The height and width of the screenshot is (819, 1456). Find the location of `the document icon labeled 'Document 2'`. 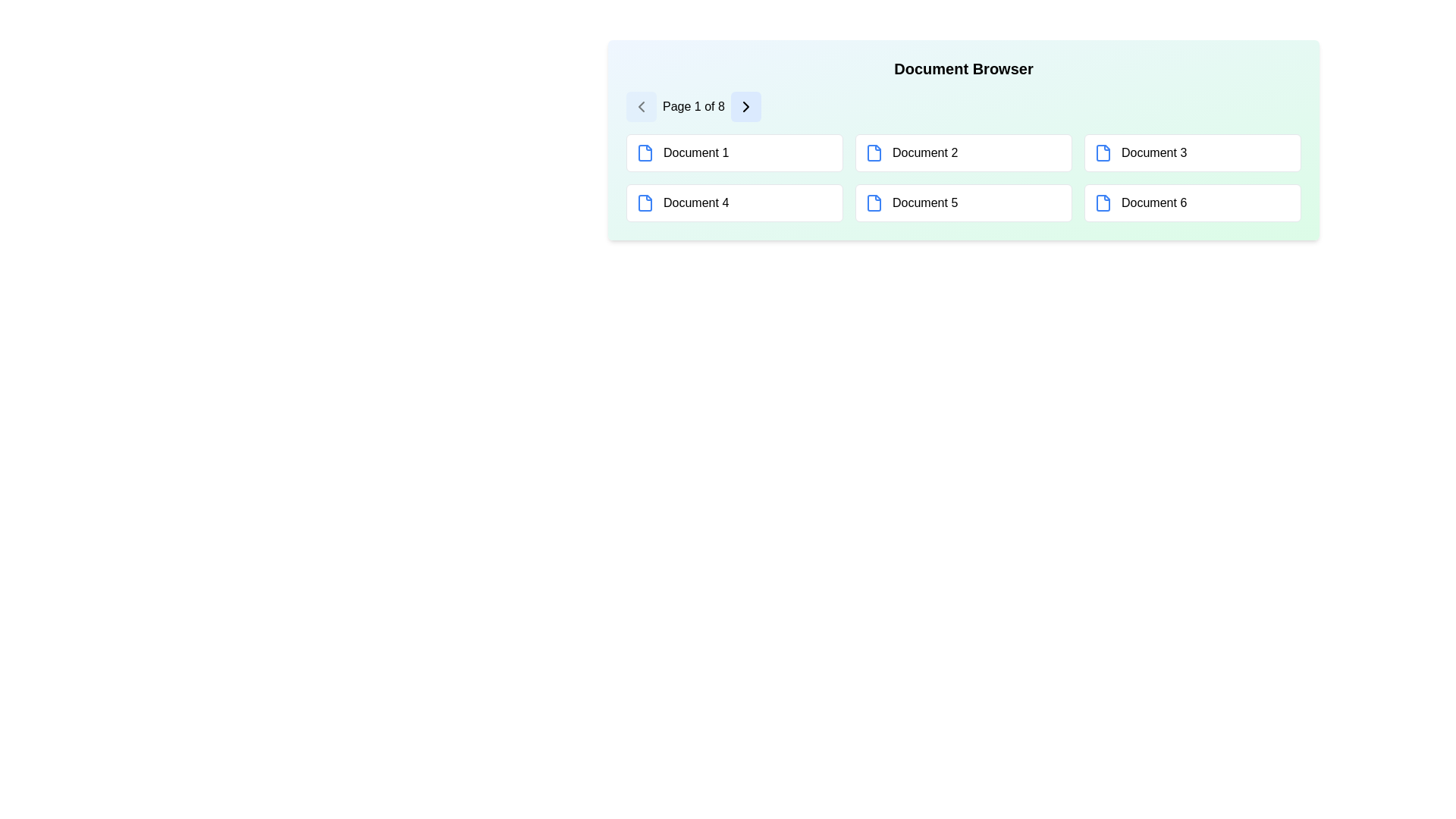

the document icon labeled 'Document 2' is located at coordinates (874, 152).